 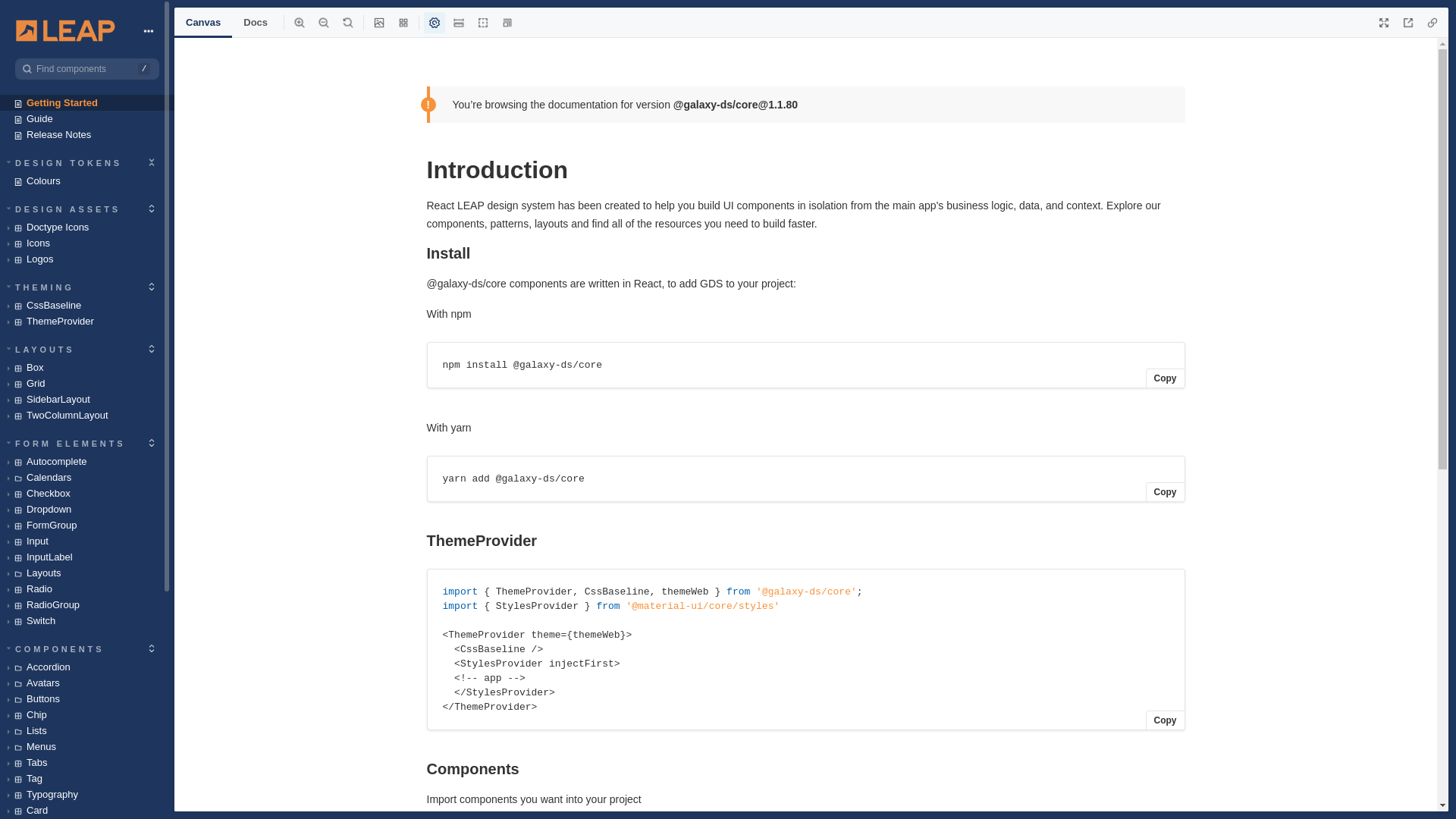 I want to click on 'Icons', so click(x=86, y=242).